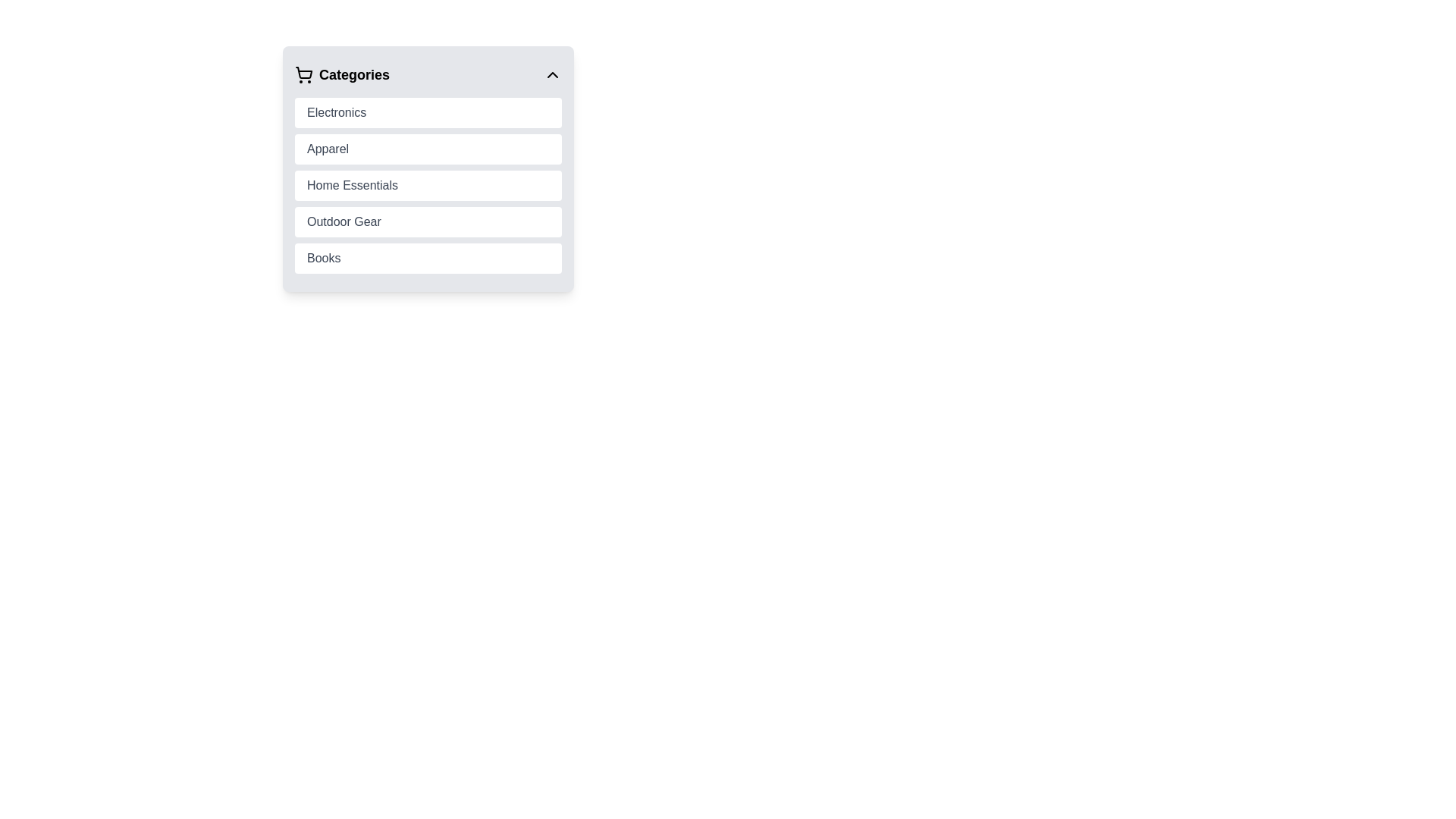  What do you see at coordinates (303, 73) in the screenshot?
I see `the stylized shopping cart icon located to the left of the 'Categories' header in the interface` at bounding box center [303, 73].